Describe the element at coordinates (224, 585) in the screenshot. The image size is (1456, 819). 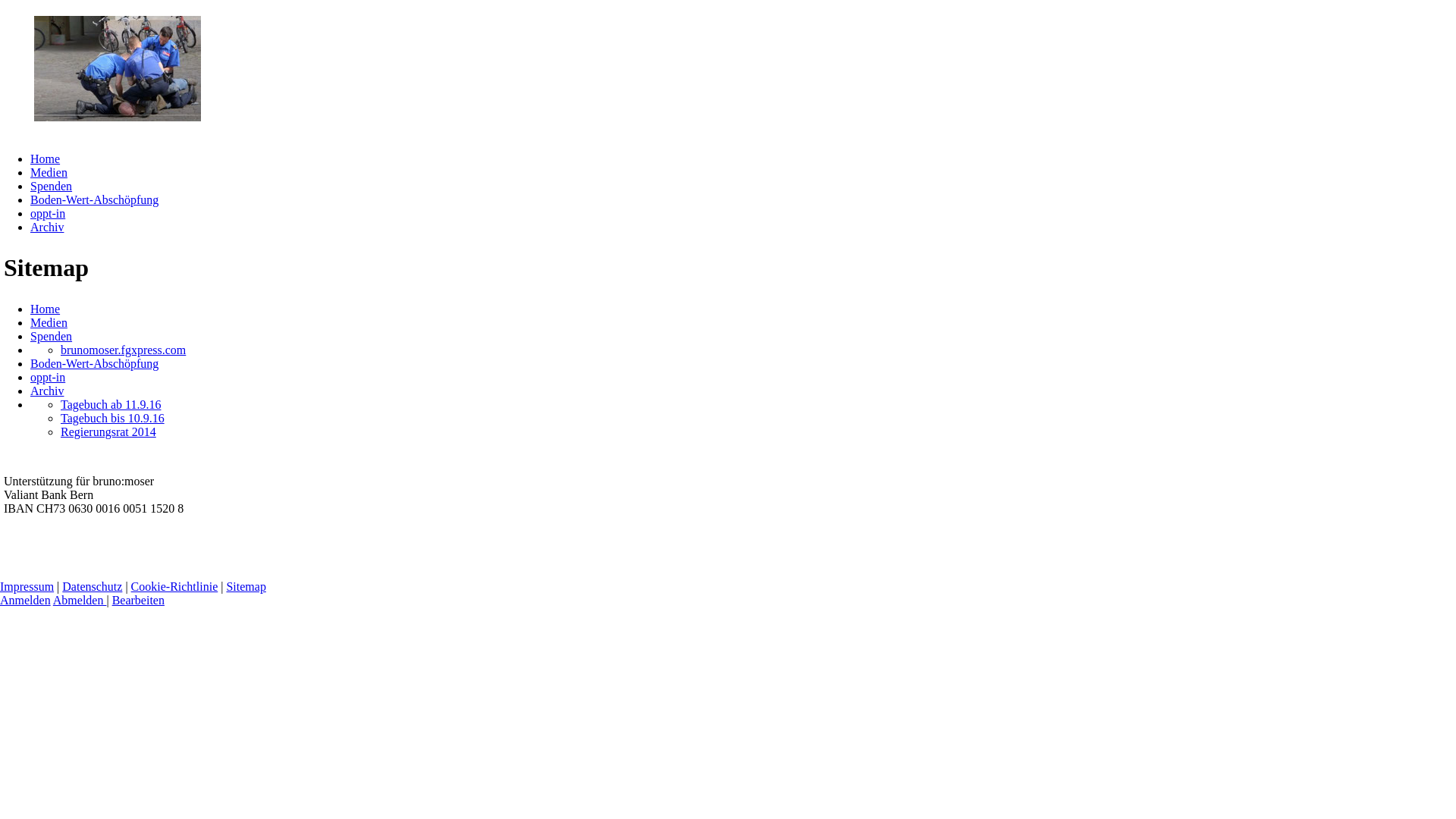
I see `'Sitemap'` at that location.